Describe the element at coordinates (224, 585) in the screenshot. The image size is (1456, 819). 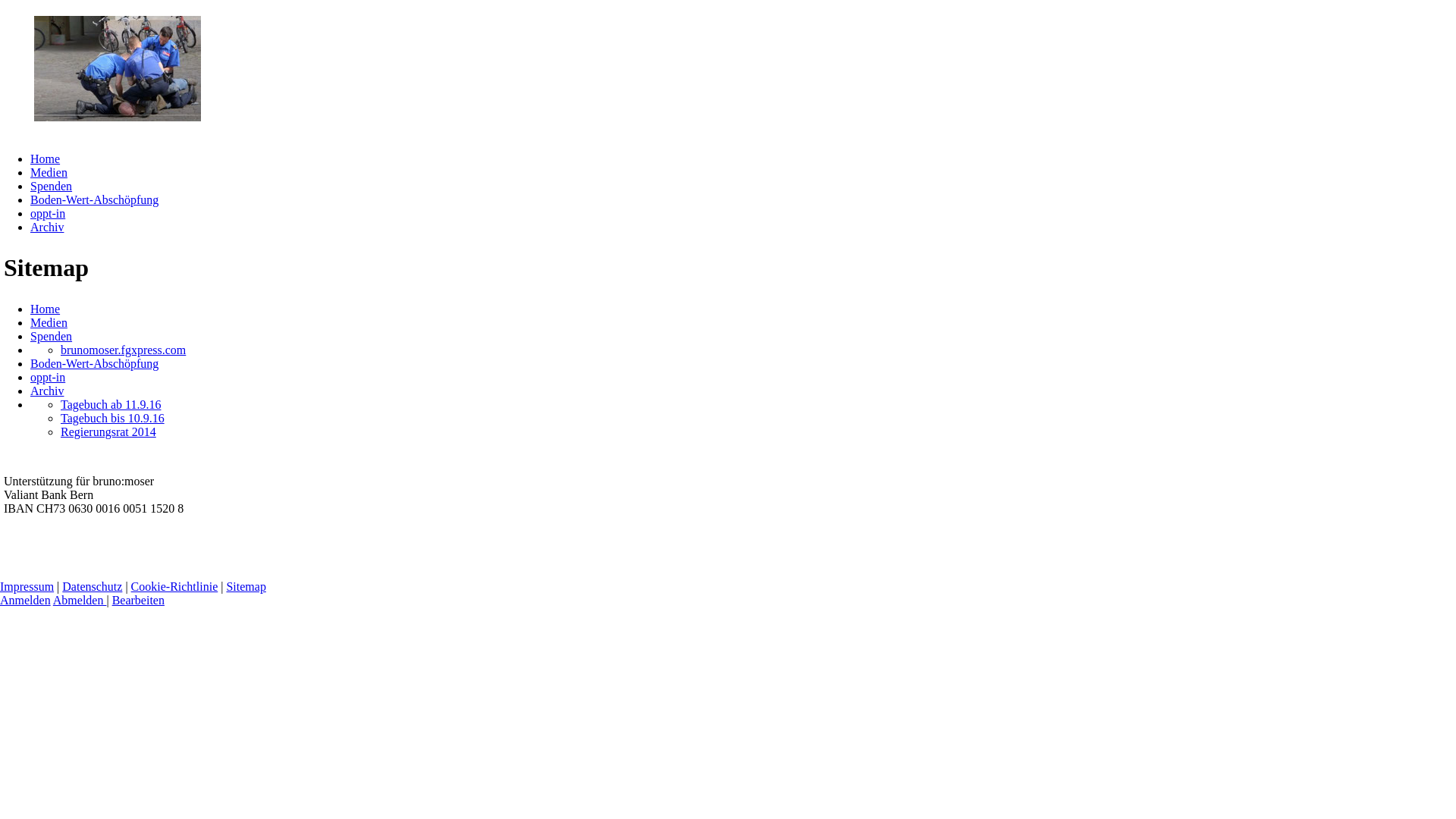
I see `'Sitemap'` at that location.